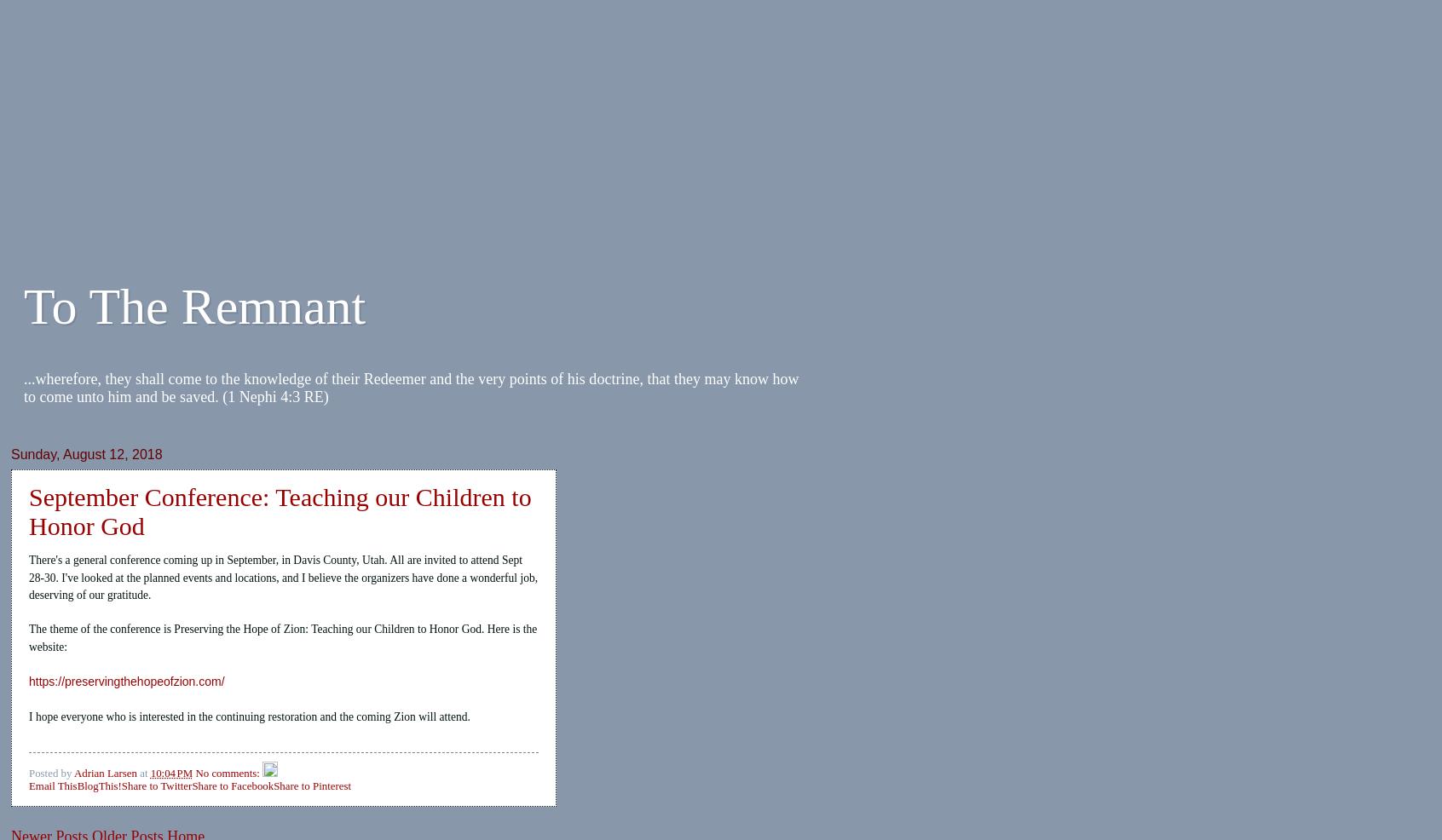  What do you see at coordinates (99, 785) in the screenshot?
I see `'BlogThis!'` at bounding box center [99, 785].